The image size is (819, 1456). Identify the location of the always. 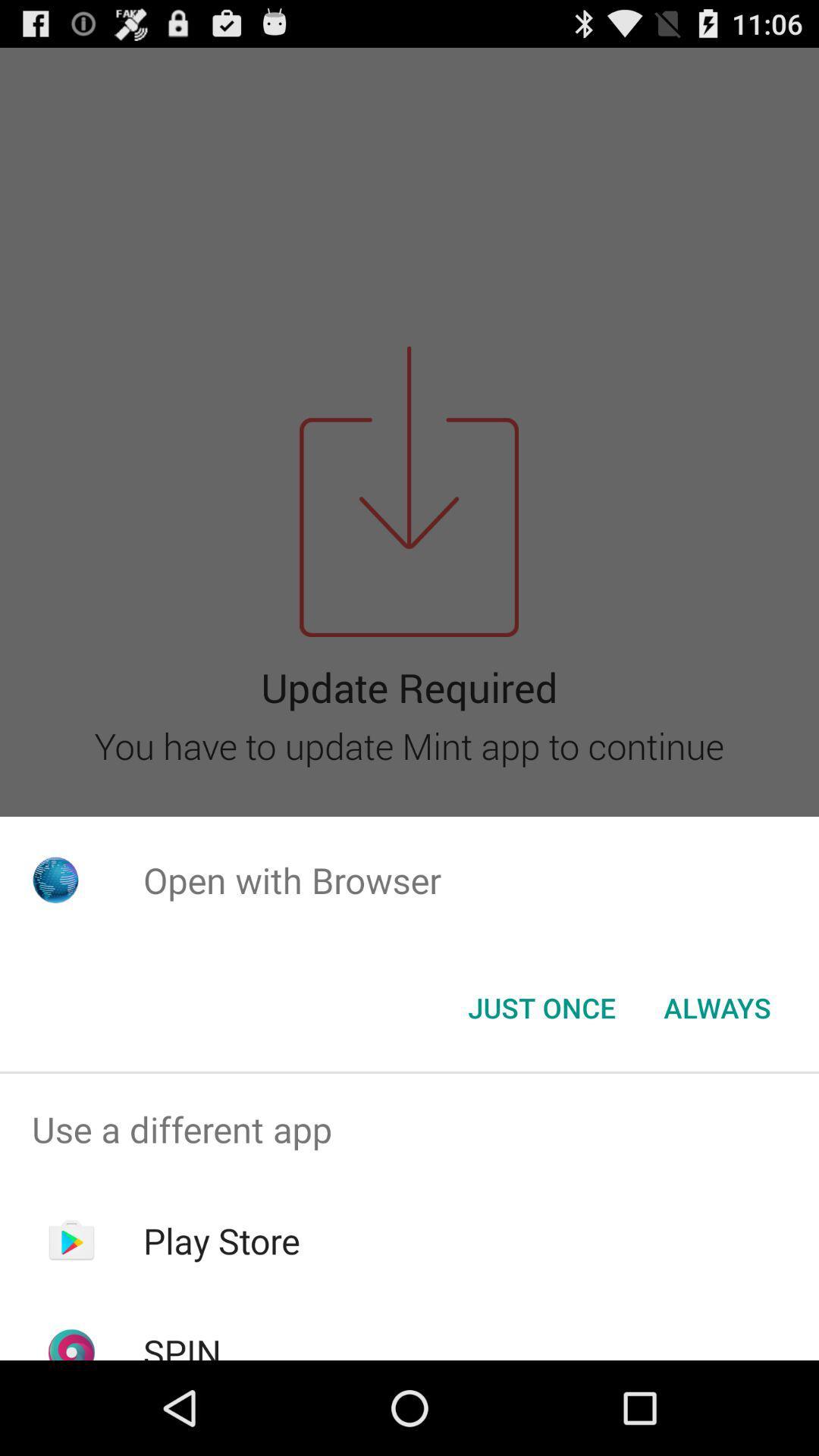
(717, 1008).